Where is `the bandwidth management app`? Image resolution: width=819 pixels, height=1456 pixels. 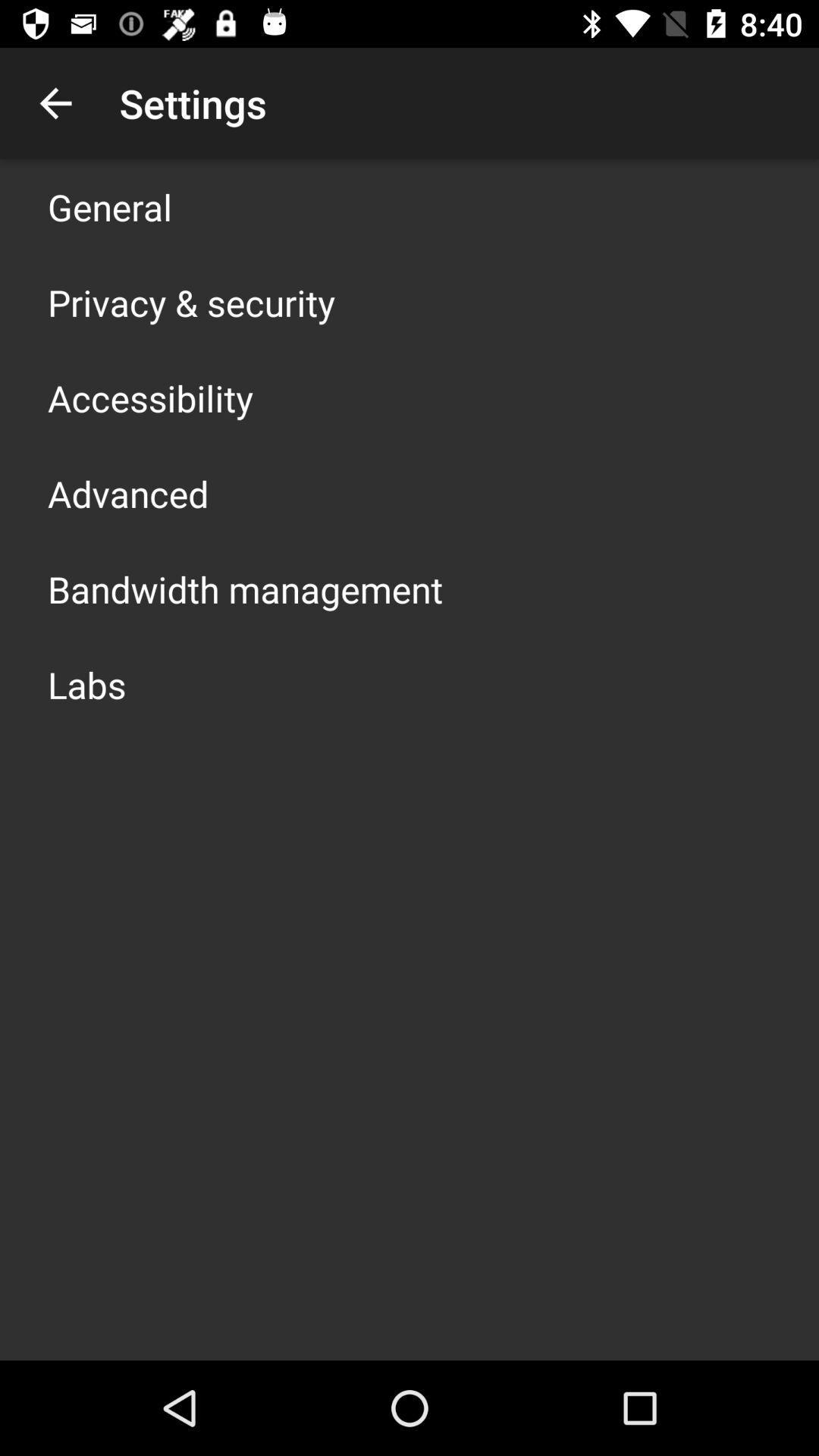
the bandwidth management app is located at coordinates (244, 588).